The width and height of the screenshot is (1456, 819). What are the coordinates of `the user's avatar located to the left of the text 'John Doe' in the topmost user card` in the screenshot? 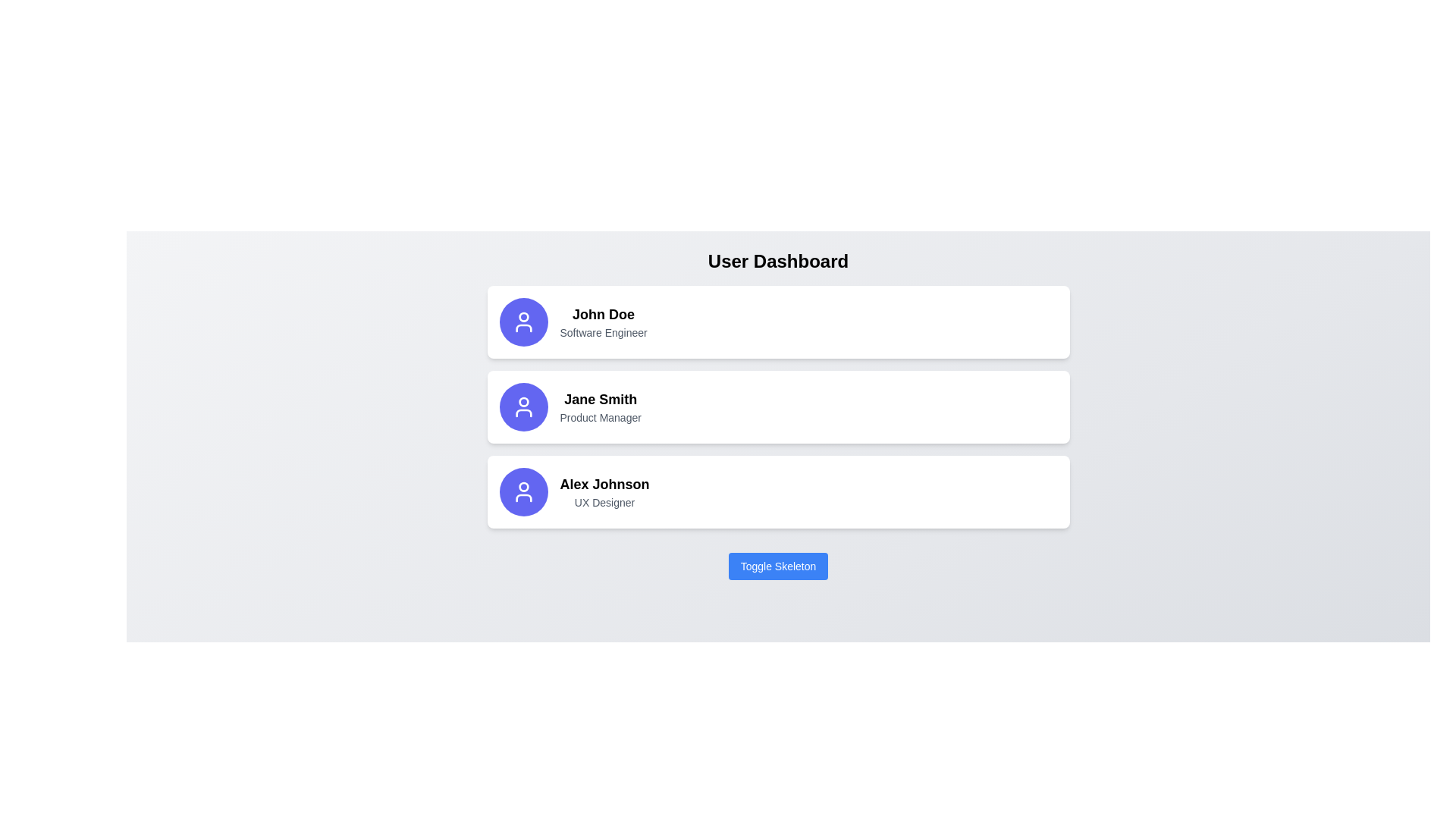 It's located at (523, 321).